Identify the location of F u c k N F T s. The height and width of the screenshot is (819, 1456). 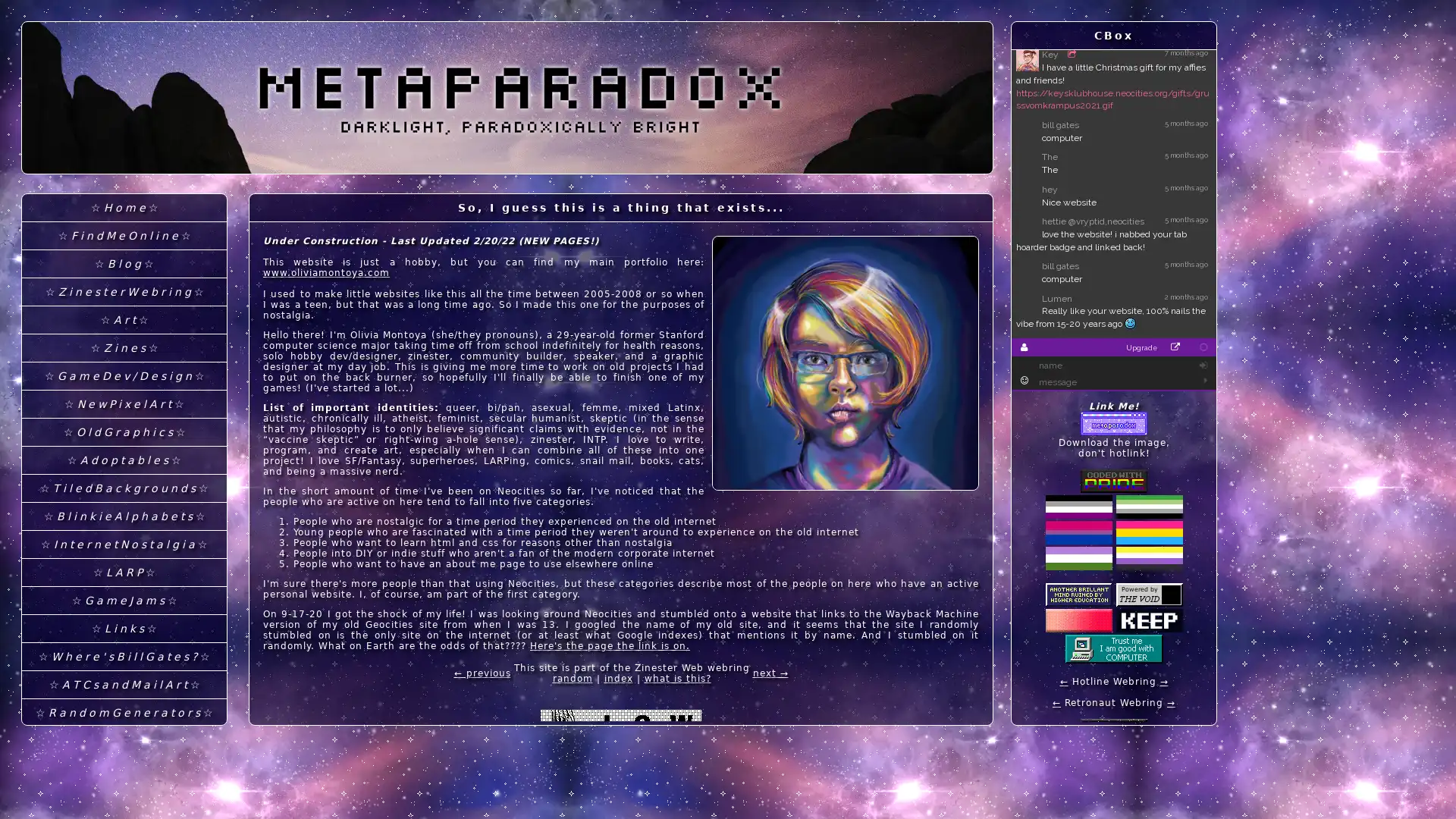
(124, 740).